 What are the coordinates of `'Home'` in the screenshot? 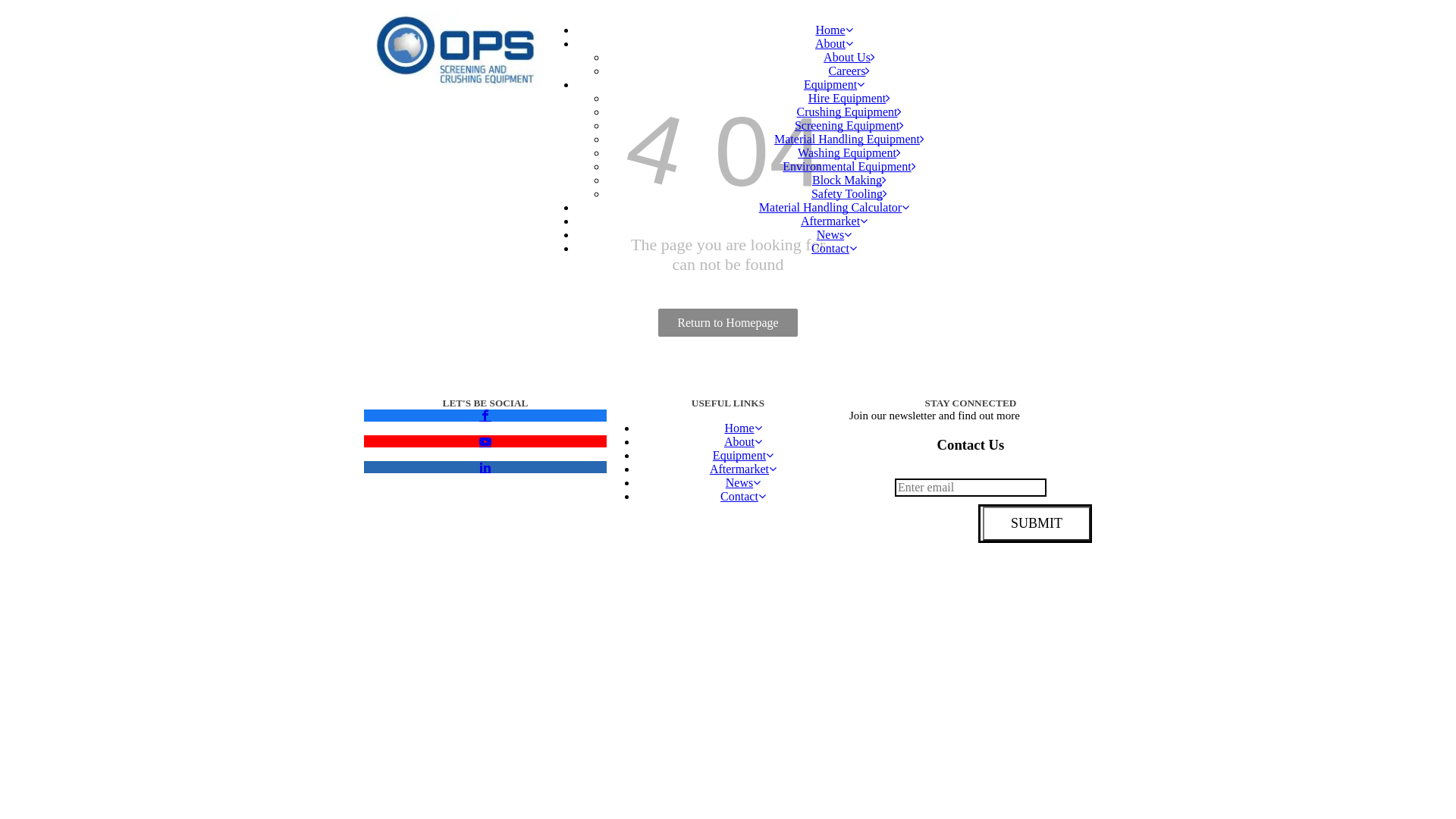 It's located at (742, 428).